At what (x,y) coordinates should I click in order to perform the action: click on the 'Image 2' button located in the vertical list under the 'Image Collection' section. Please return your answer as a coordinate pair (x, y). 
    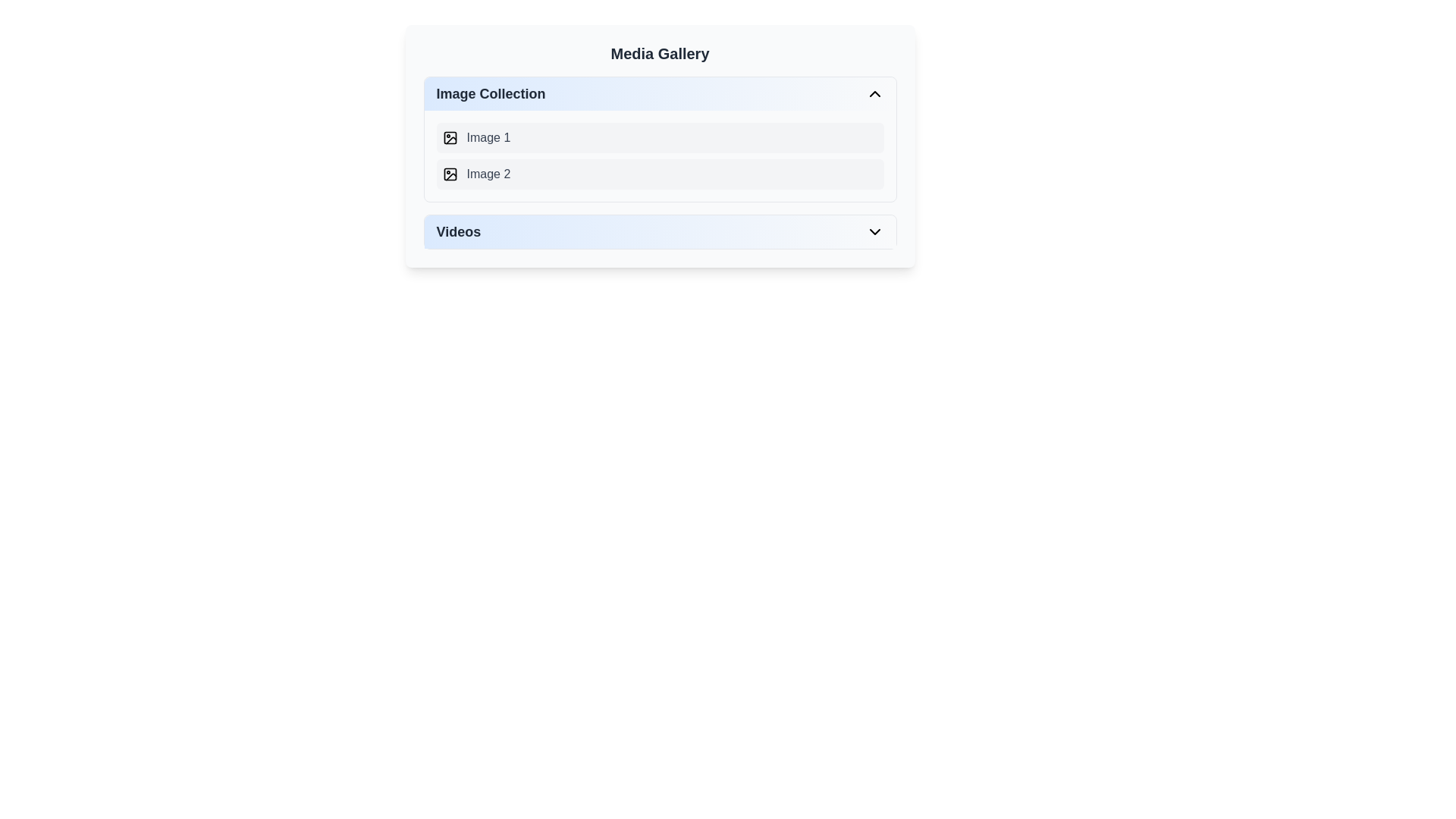
    Looking at the image, I should click on (660, 174).